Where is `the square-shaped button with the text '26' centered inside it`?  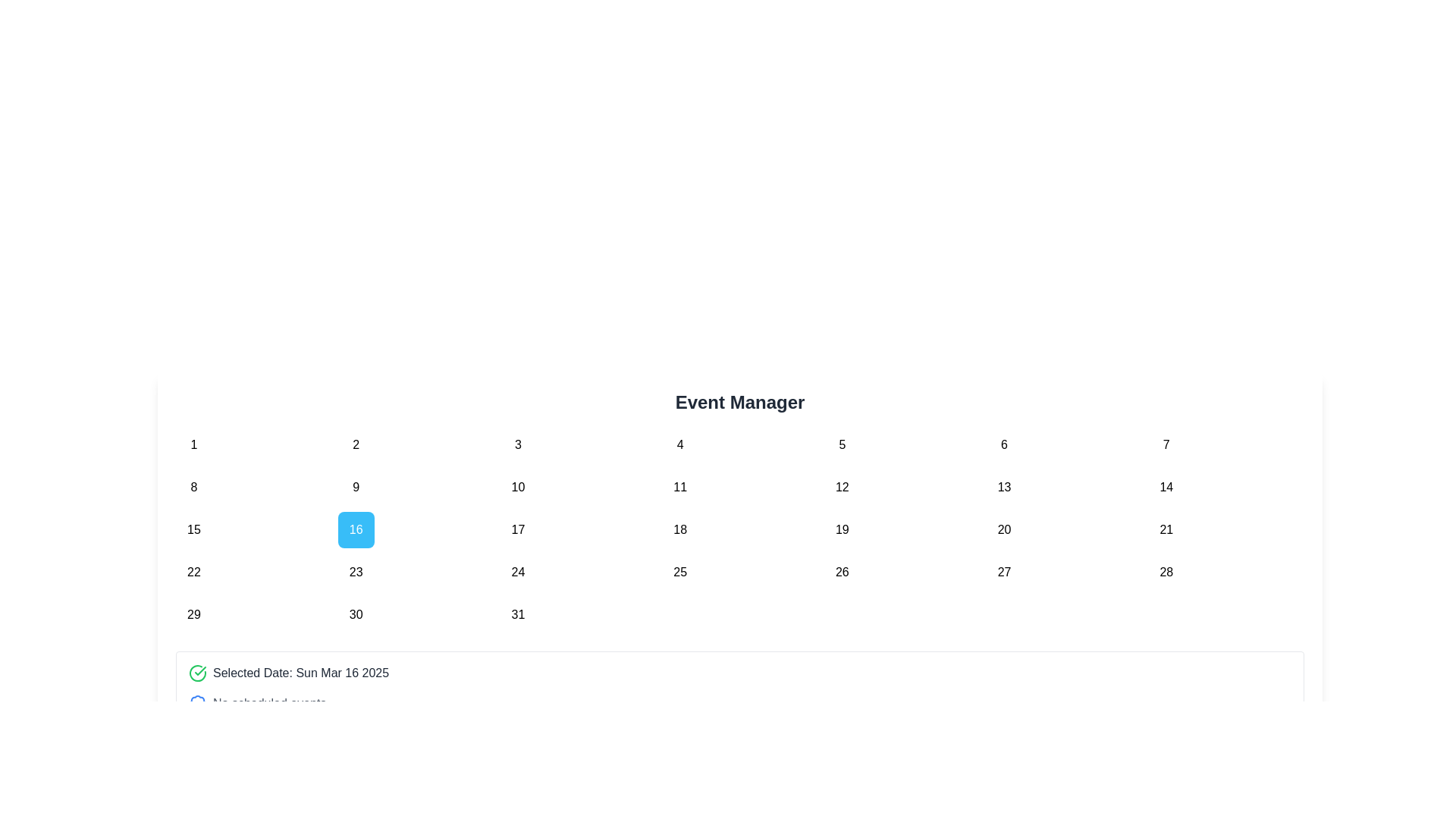
the square-shaped button with the text '26' centered inside it is located at coordinates (841, 573).